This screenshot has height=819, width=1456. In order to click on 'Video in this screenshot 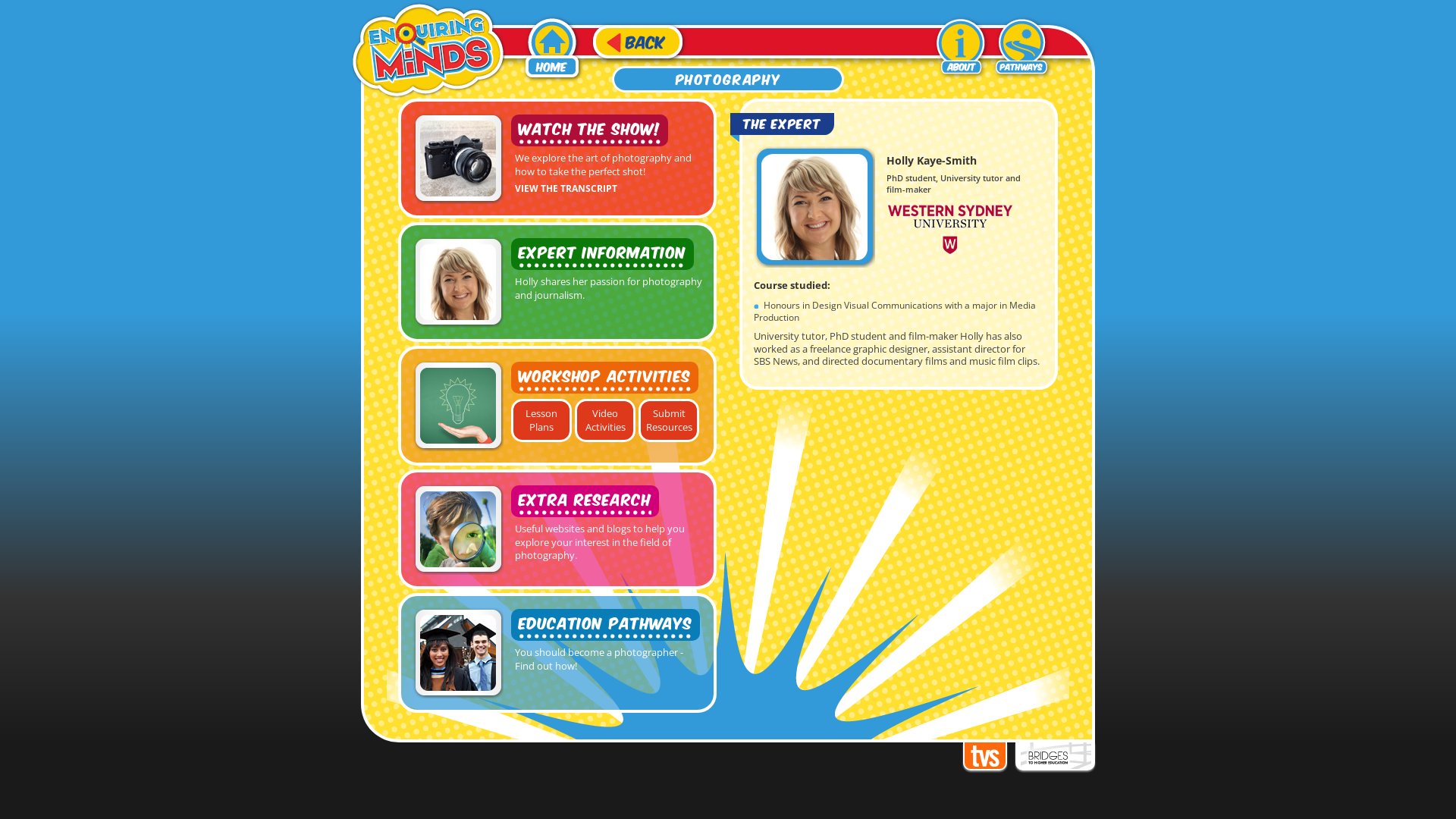, I will do `click(604, 420)`.